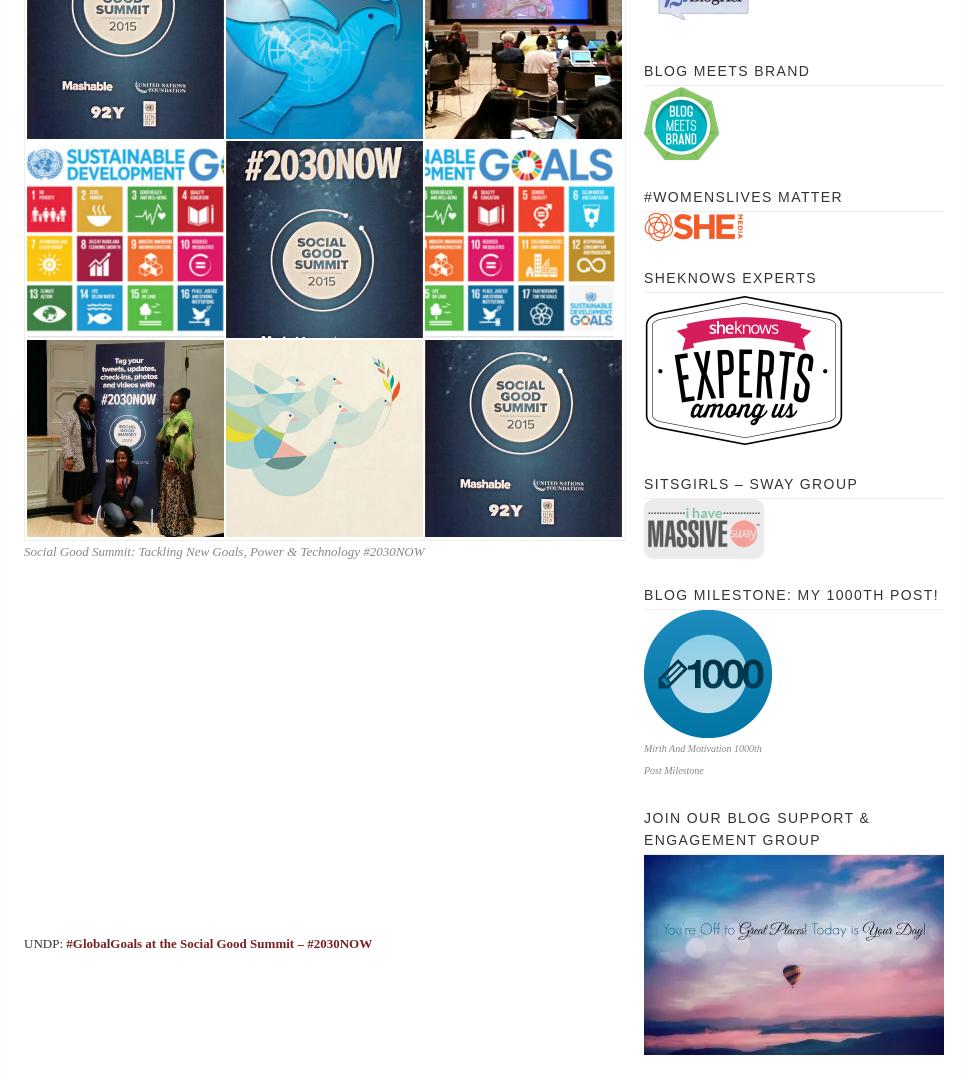 This screenshot has height=1073, width=968. What do you see at coordinates (789, 594) in the screenshot?
I see `'BLOG MILESTONE: MY 1000TH POST!'` at bounding box center [789, 594].